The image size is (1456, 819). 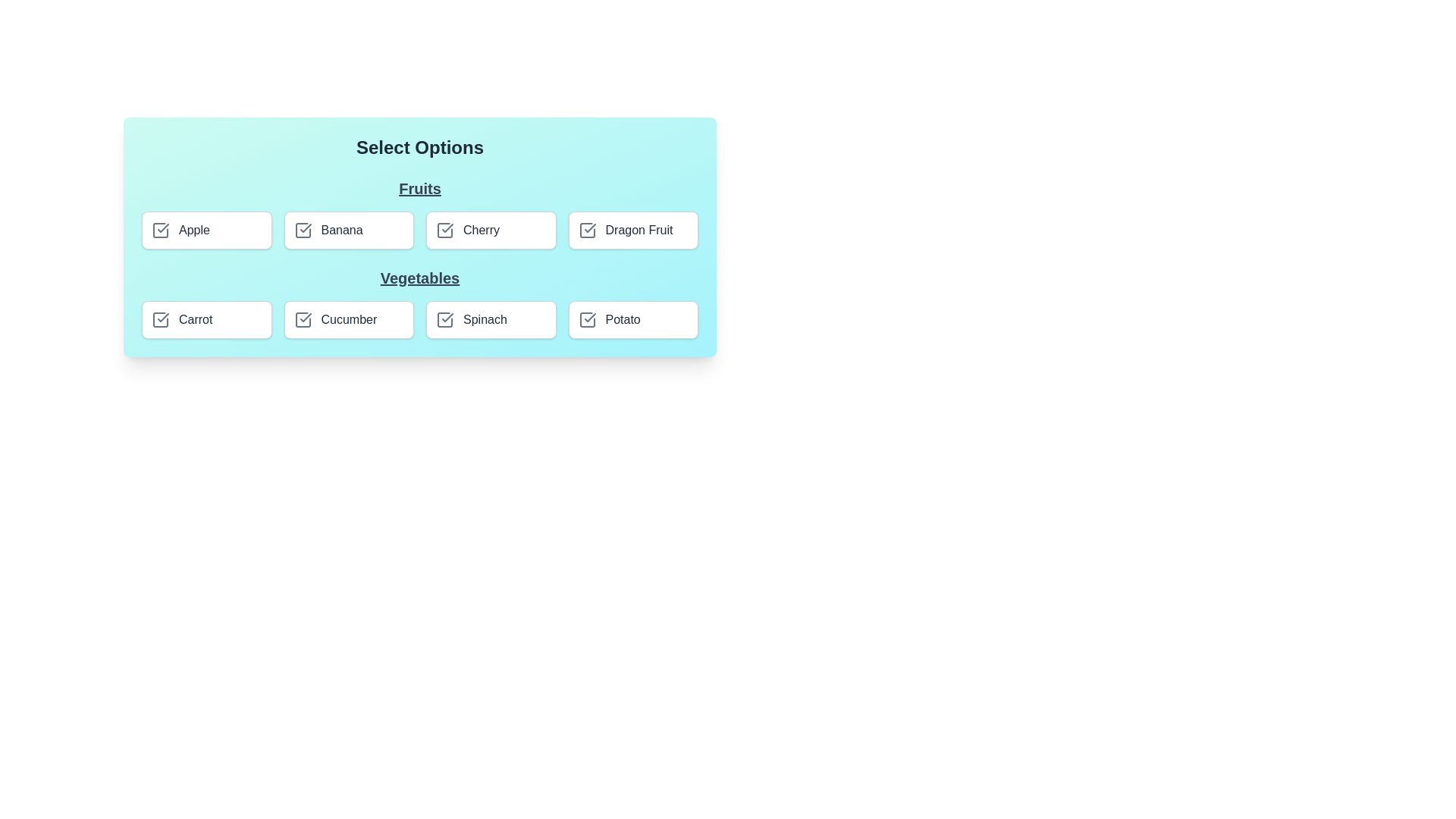 What do you see at coordinates (586, 231) in the screenshot?
I see `the checkmark icon indicating the selection status of the 'Dragon Fruit' option within the checkbox mechanism in the 'Fruits' section` at bounding box center [586, 231].